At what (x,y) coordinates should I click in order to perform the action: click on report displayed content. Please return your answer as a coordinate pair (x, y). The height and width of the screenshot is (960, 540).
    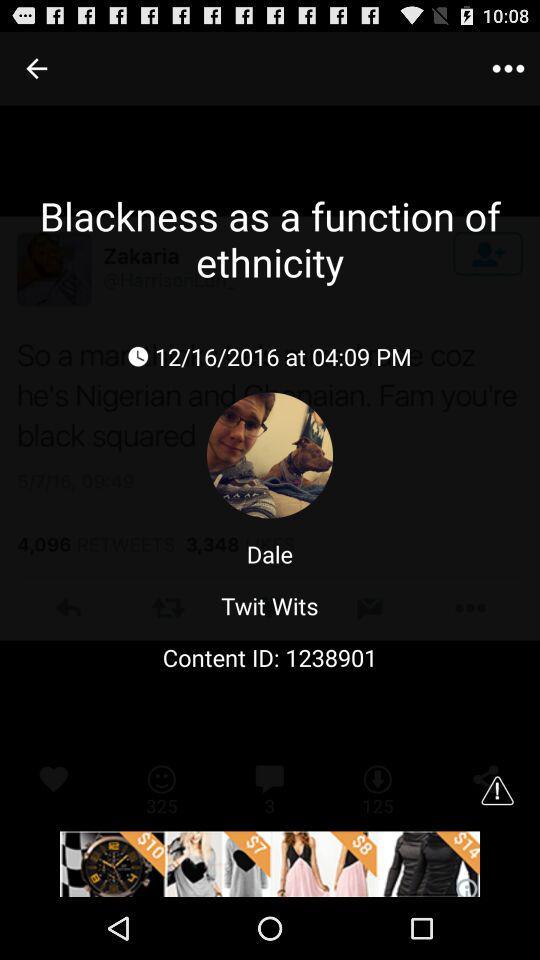
    Looking at the image, I should click on (496, 790).